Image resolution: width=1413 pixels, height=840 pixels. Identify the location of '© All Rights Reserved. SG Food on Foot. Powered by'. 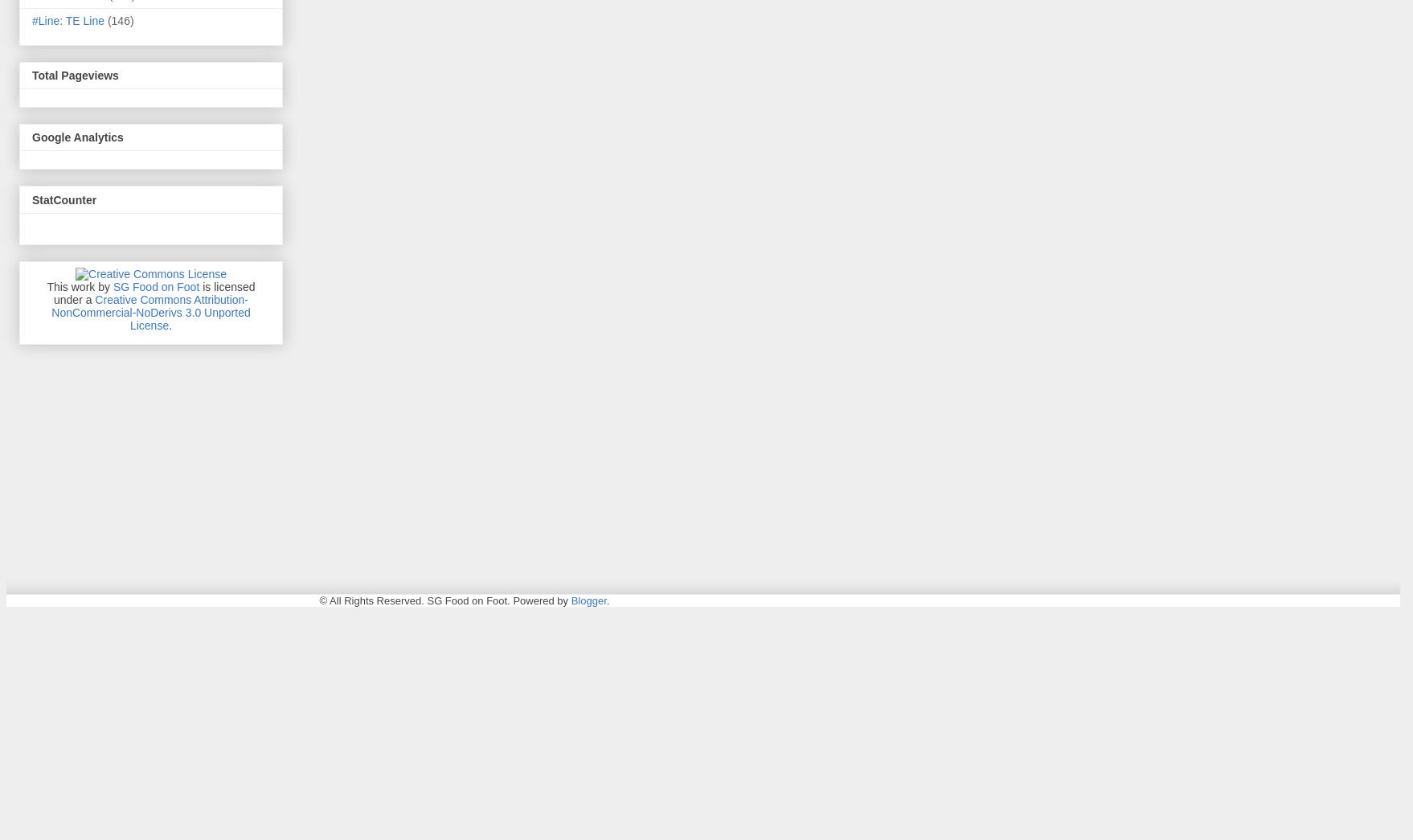
(318, 599).